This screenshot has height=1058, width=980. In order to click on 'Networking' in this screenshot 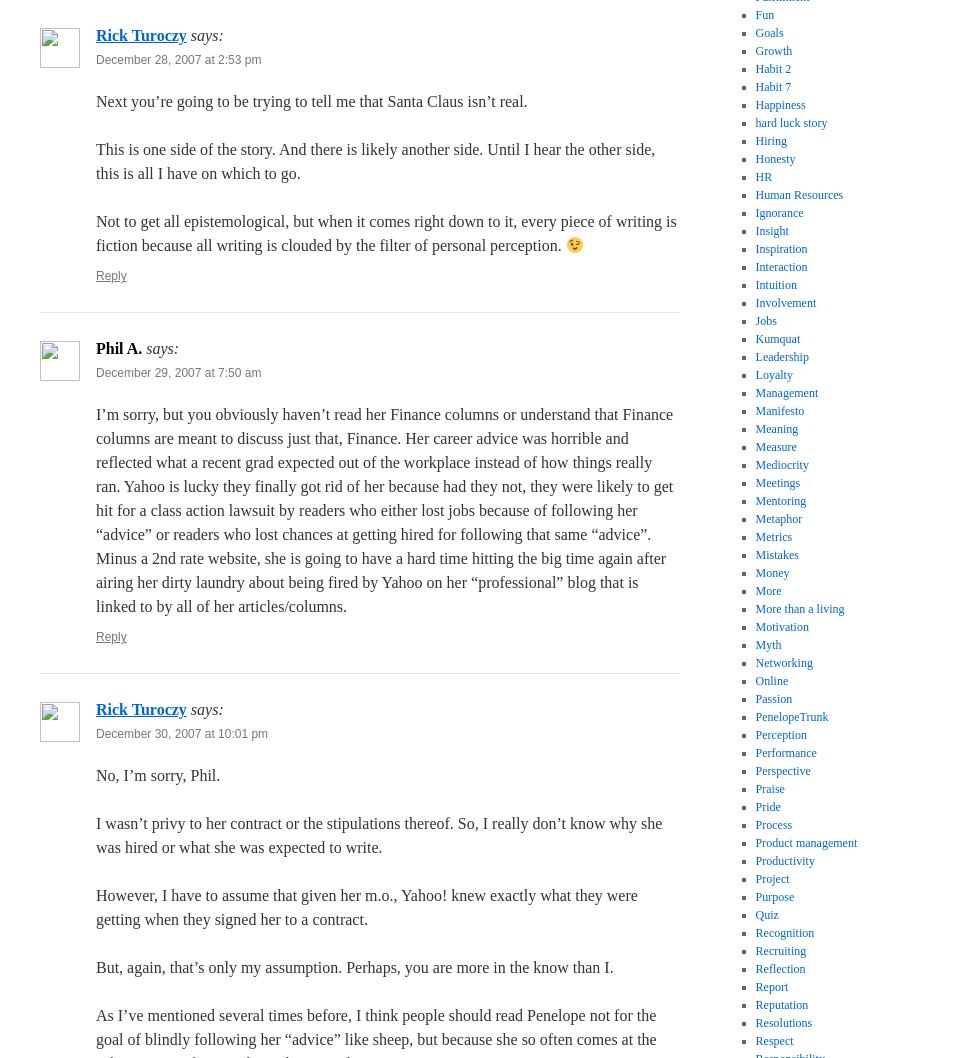, I will do `click(783, 662)`.